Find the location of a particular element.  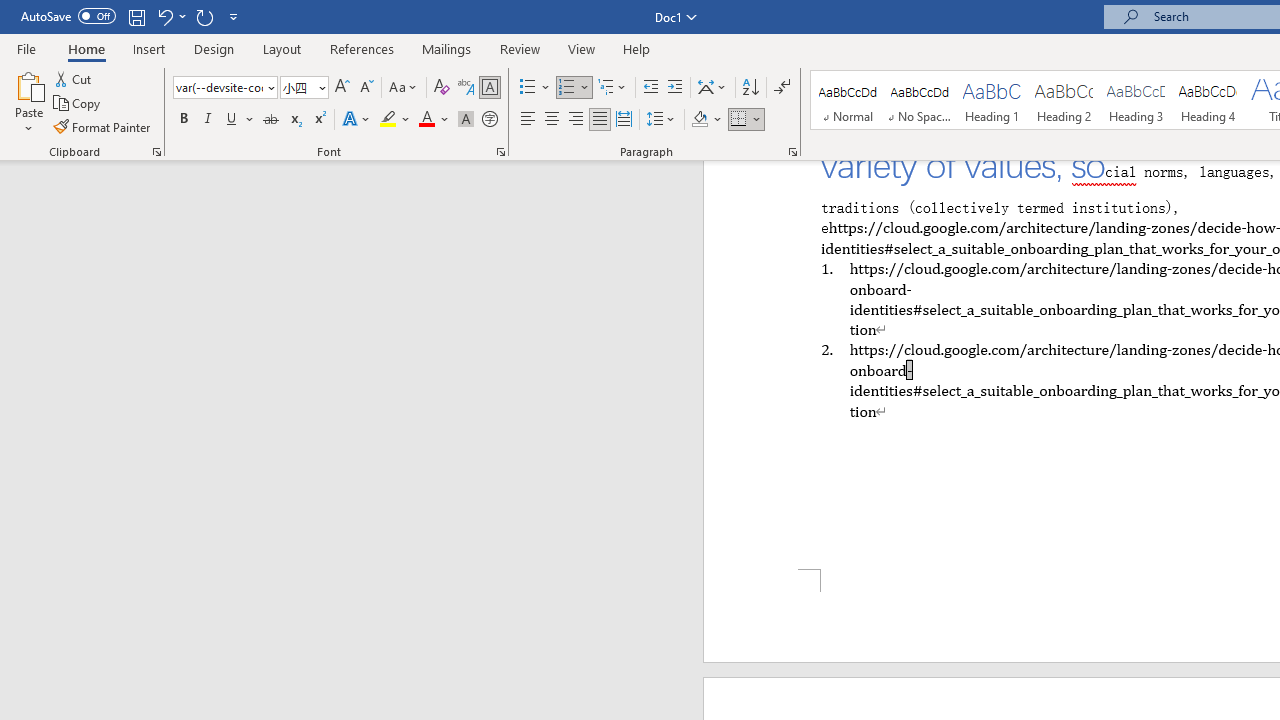

'Underline' is located at coordinates (240, 119).